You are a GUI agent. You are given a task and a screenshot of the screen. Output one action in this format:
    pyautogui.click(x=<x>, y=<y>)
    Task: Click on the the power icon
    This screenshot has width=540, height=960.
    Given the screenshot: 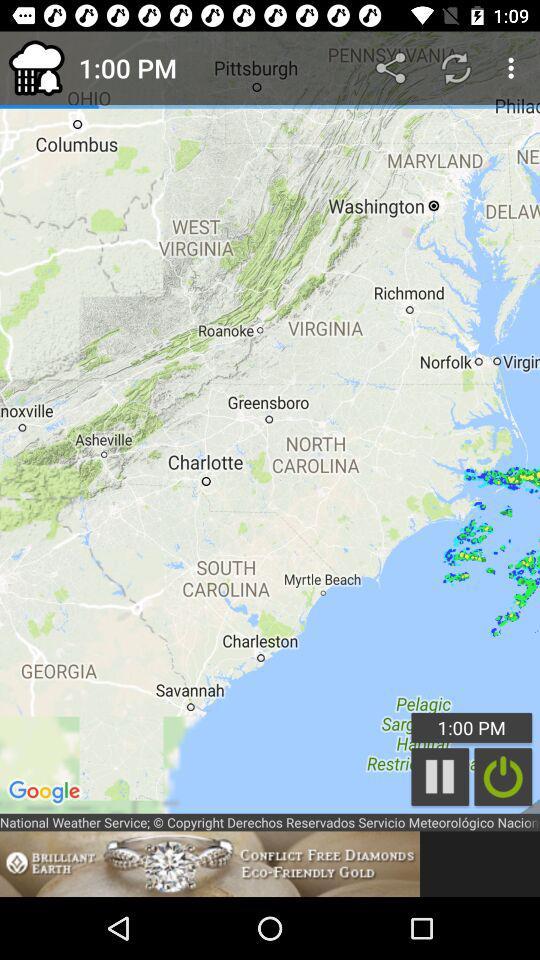 What is the action you would take?
    pyautogui.click(x=502, y=776)
    